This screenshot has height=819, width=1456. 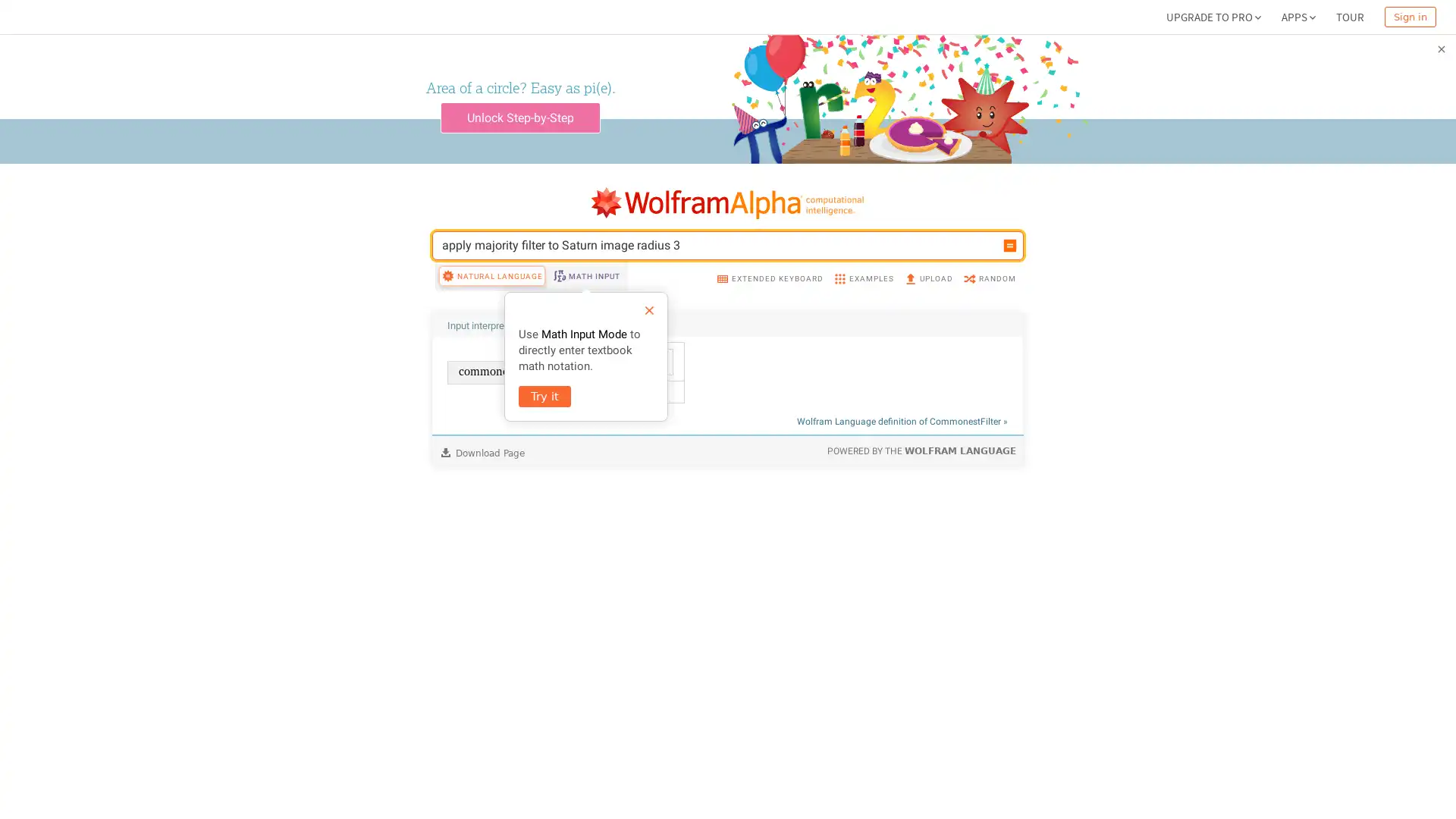 What do you see at coordinates (585, 305) in the screenshot?
I see `MATH INPUT` at bounding box center [585, 305].